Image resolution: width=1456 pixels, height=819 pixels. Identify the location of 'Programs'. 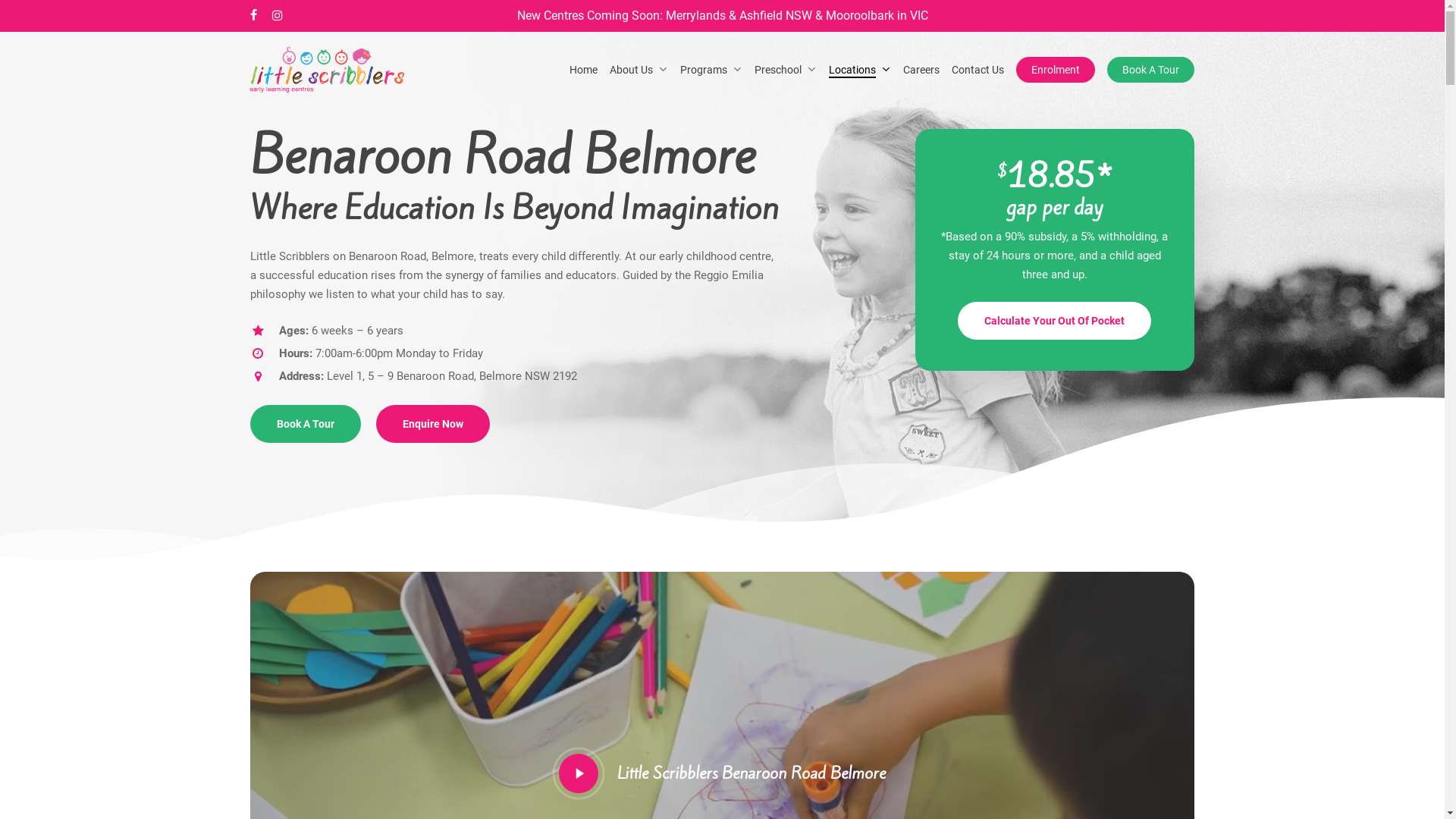
(710, 70).